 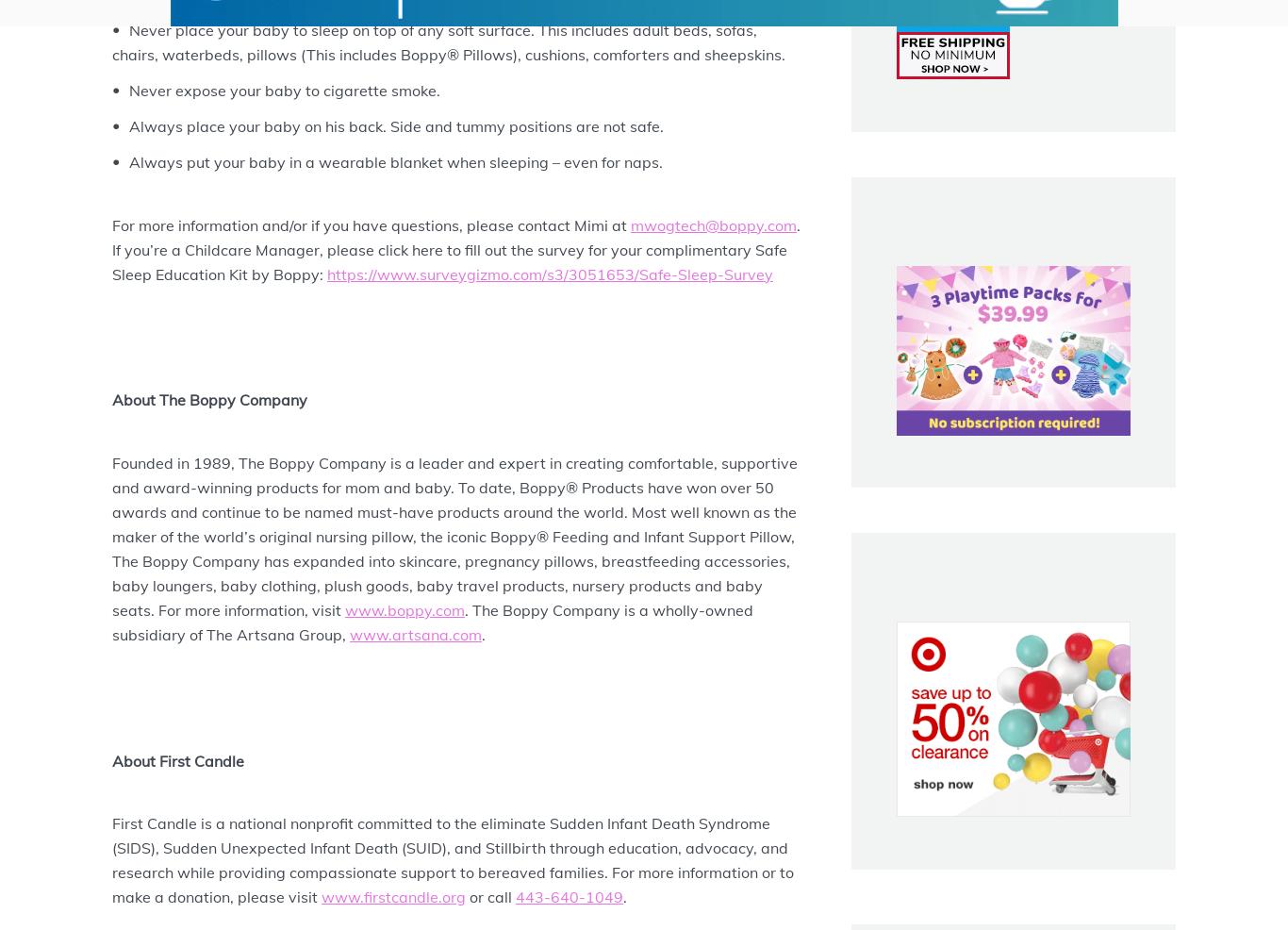 I want to click on '.  If you’re a Childcare Manager, please click here to fill out the survey for your complimentary Safe Sleep Education Kit by Boppy:', so click(x=458, y=248).